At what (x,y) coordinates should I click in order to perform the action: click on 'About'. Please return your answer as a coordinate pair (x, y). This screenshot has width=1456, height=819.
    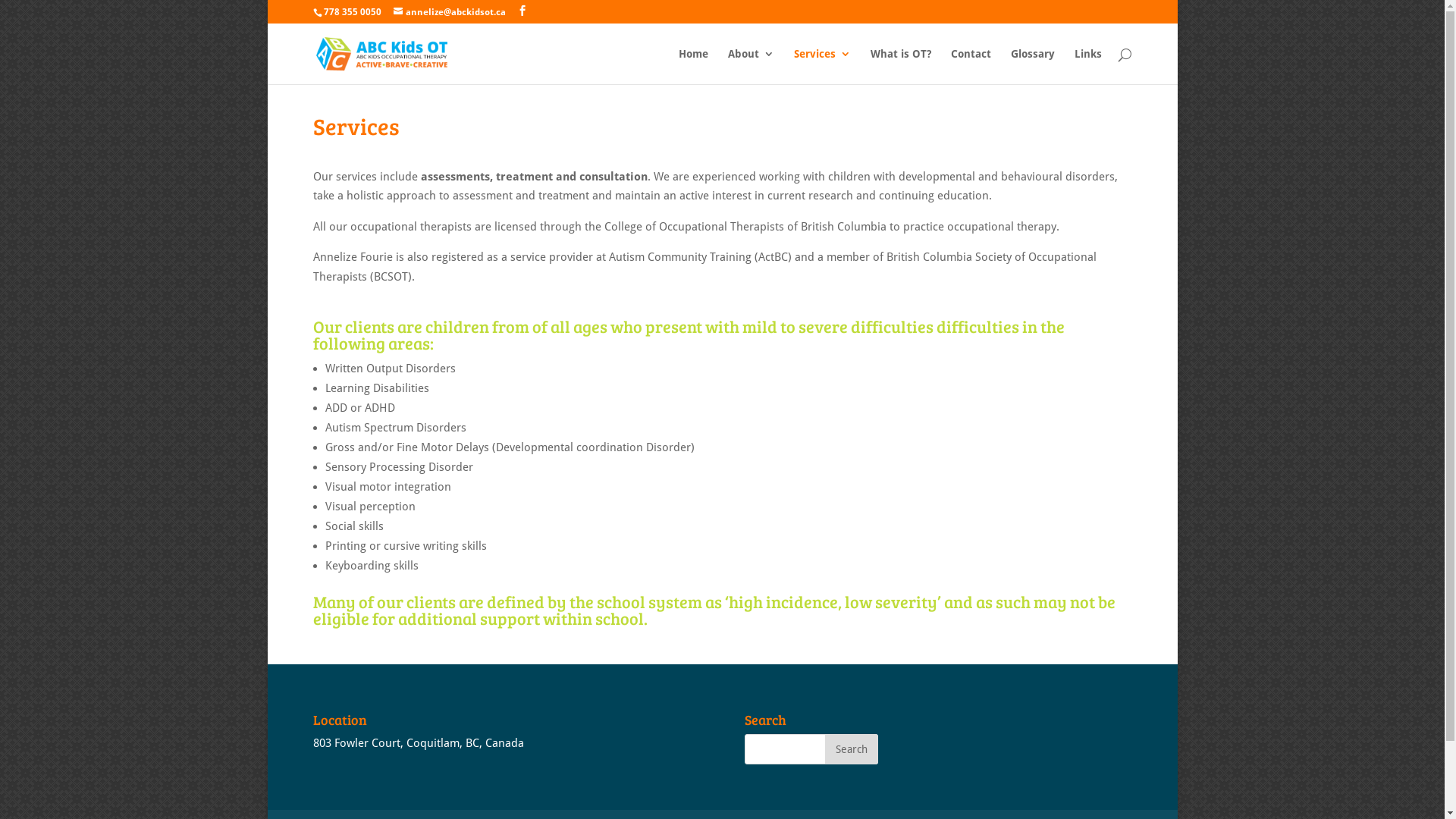
    Looking at the image, I should click on (751, 65).